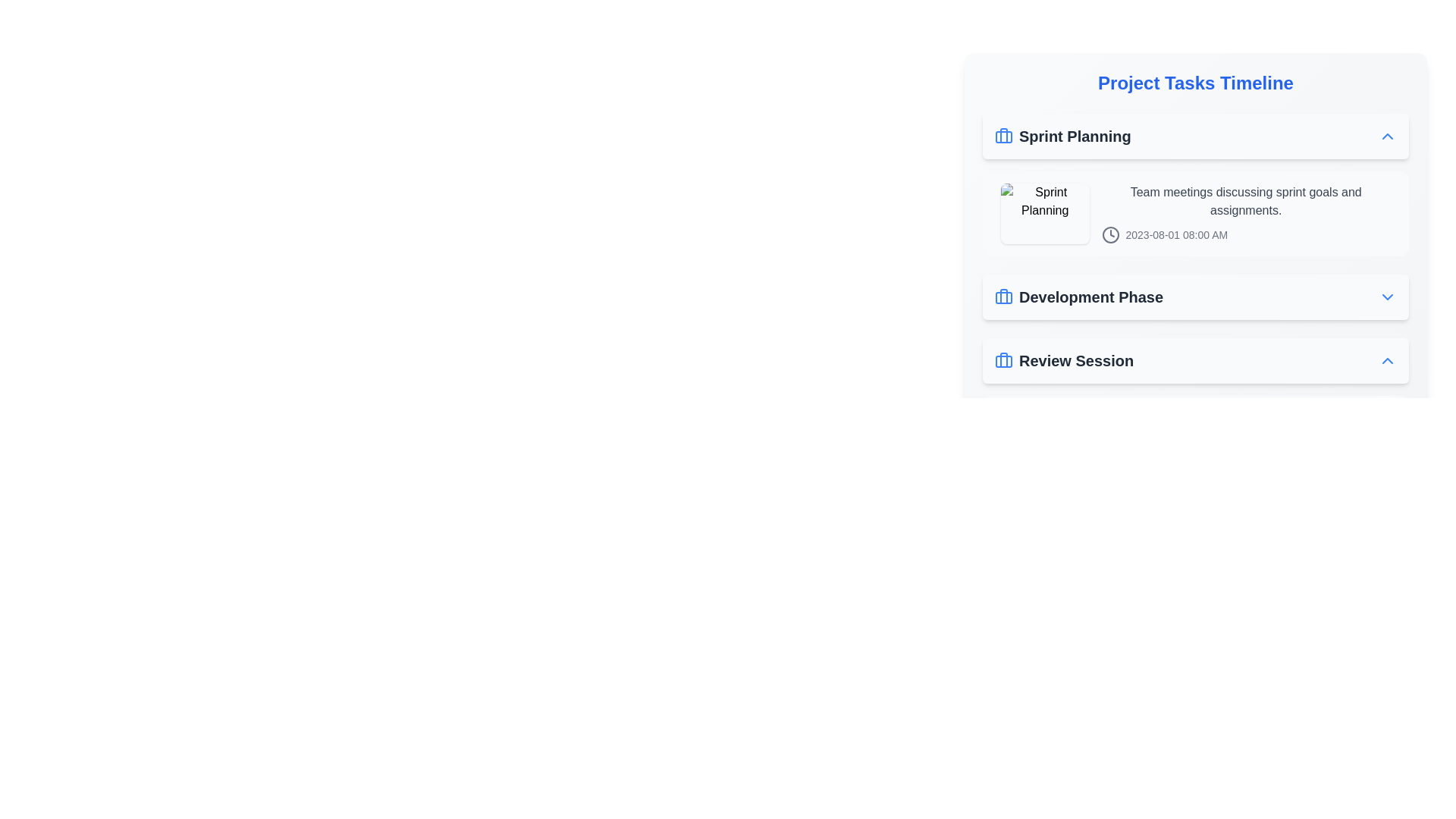 This screenshot has height=819, width=1456. Describe the element at coordinates (1004, 296) in the screenshot. I see `the vertical line decorative component of the suitcase icon, which is positioned centrally within the icon to the left of the 'Sprint Planning' text` at that location.